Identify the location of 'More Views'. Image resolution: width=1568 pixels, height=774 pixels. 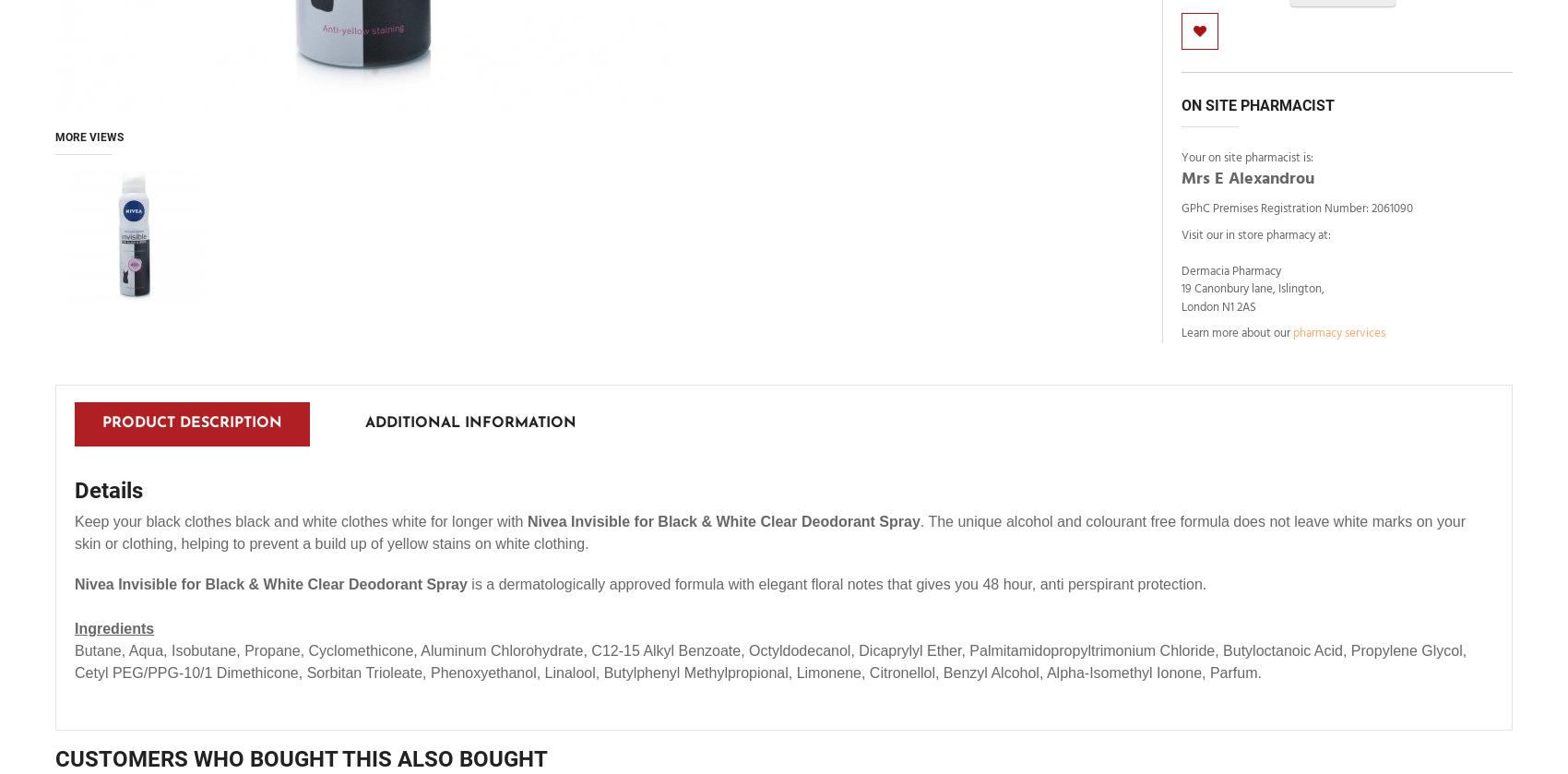
(89, 136).